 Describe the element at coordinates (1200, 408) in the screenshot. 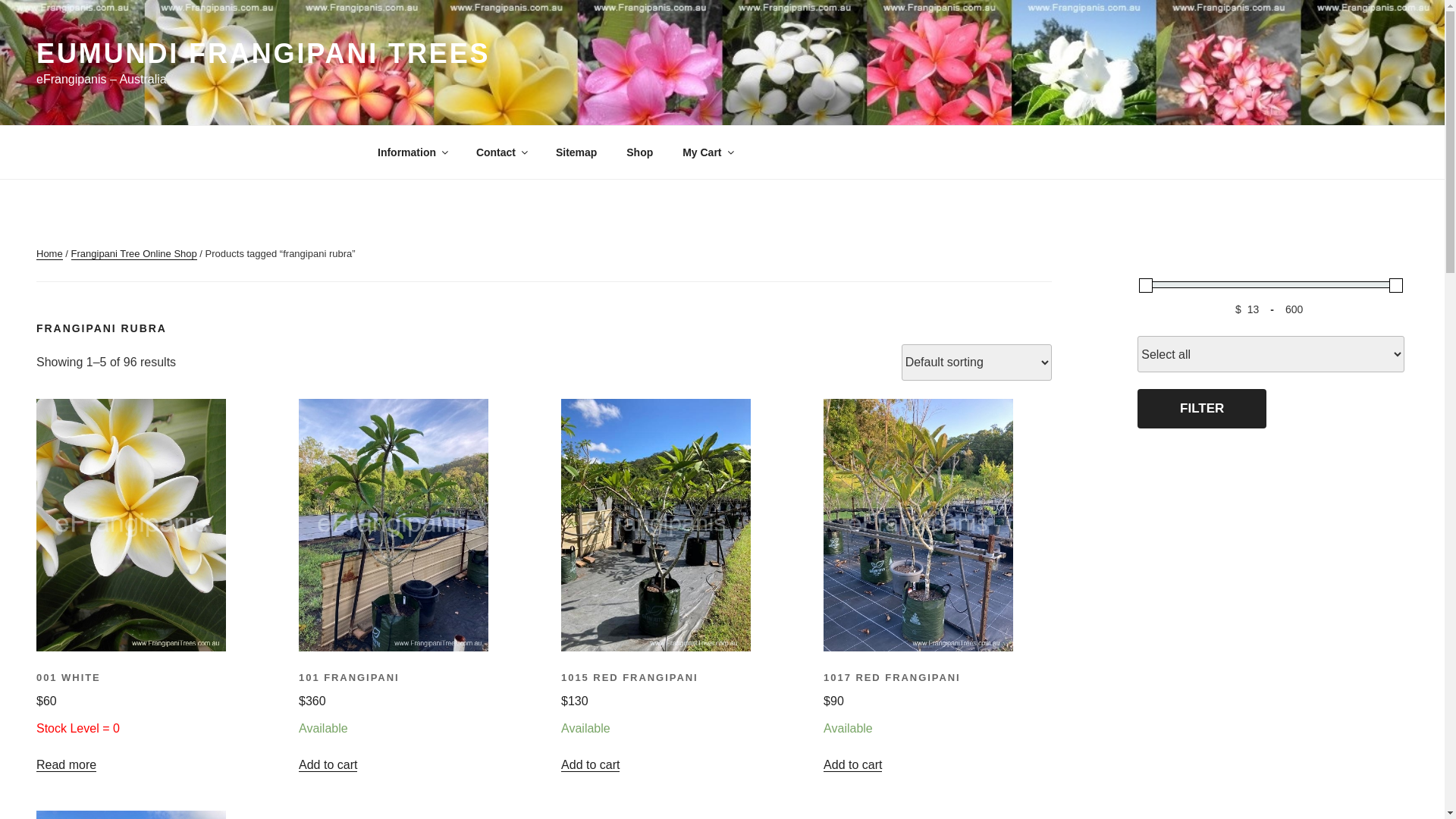

I see `'FILTER'` at that location.